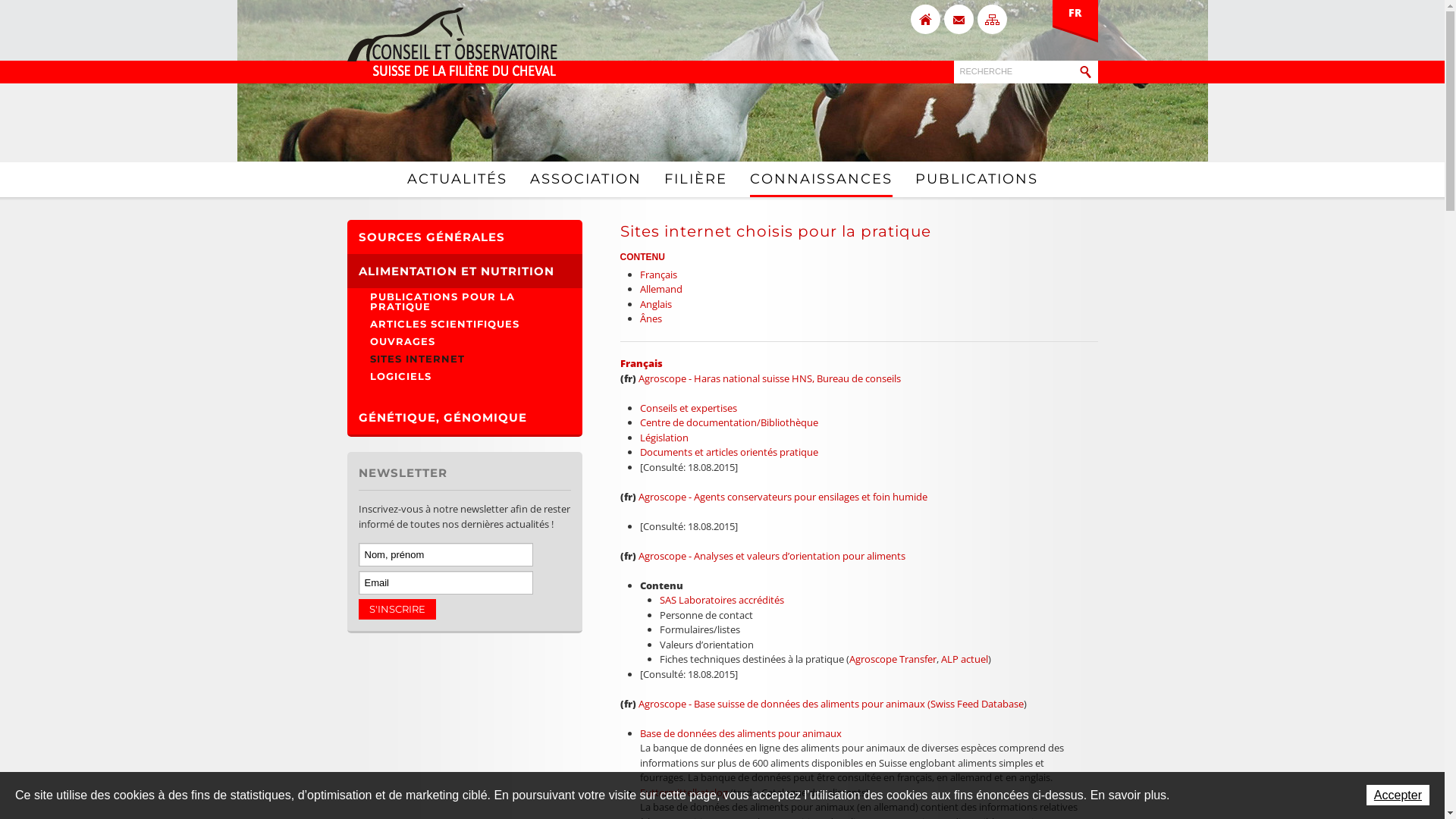  Describe the element at coordinates (464, 341) in the screenshot. I see `'OUVRAGES'` at that location.